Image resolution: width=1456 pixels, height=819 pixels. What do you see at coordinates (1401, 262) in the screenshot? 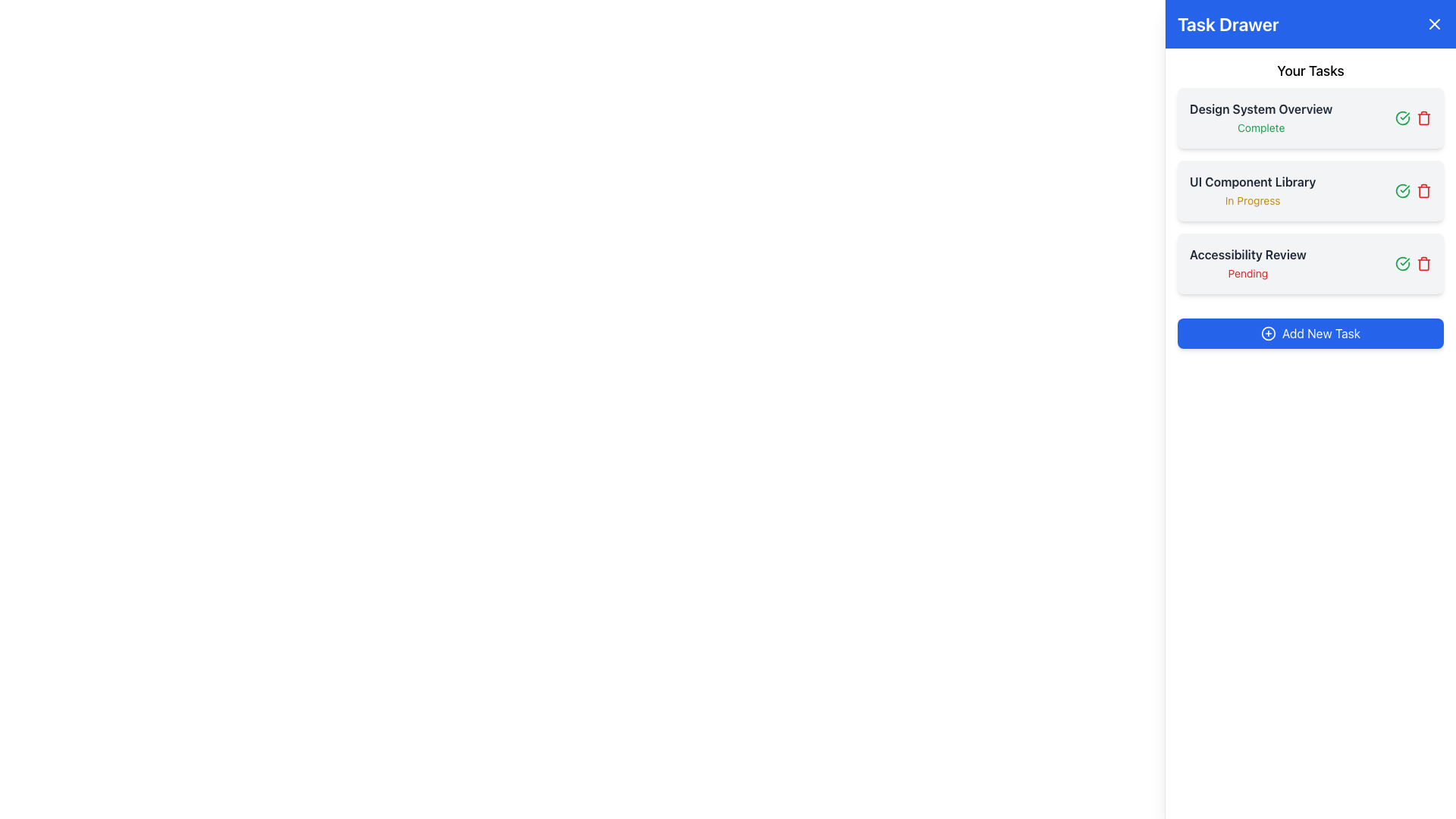
I see `the green circular icon button with a checkmark, located to the right of the 'Design System Overview' task listing in the Task Drawer` at bounding box center [1401, 262].